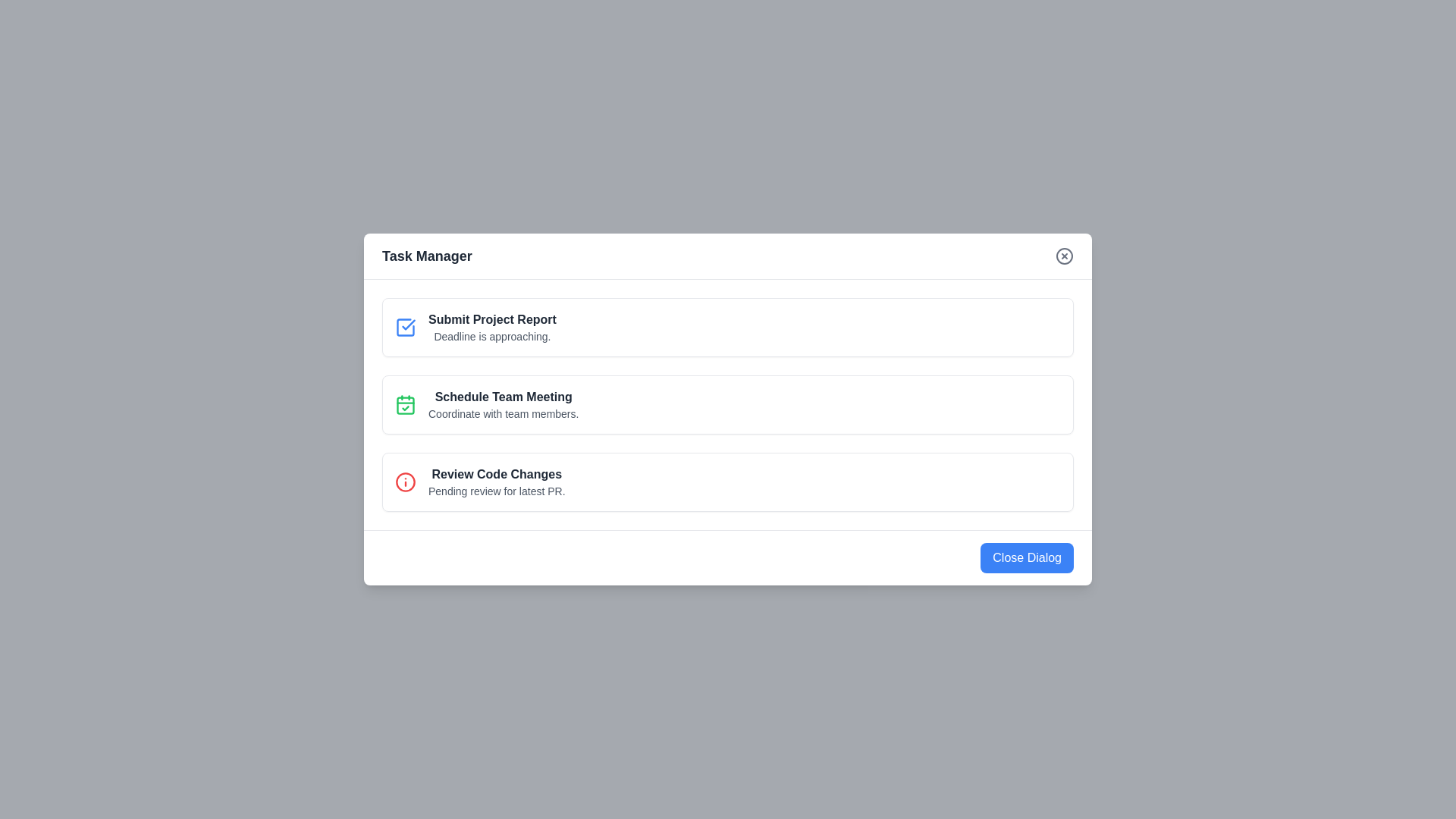  I want to click on the icon for the task titled 'Schedule Team Meeting', so click(405, 403).